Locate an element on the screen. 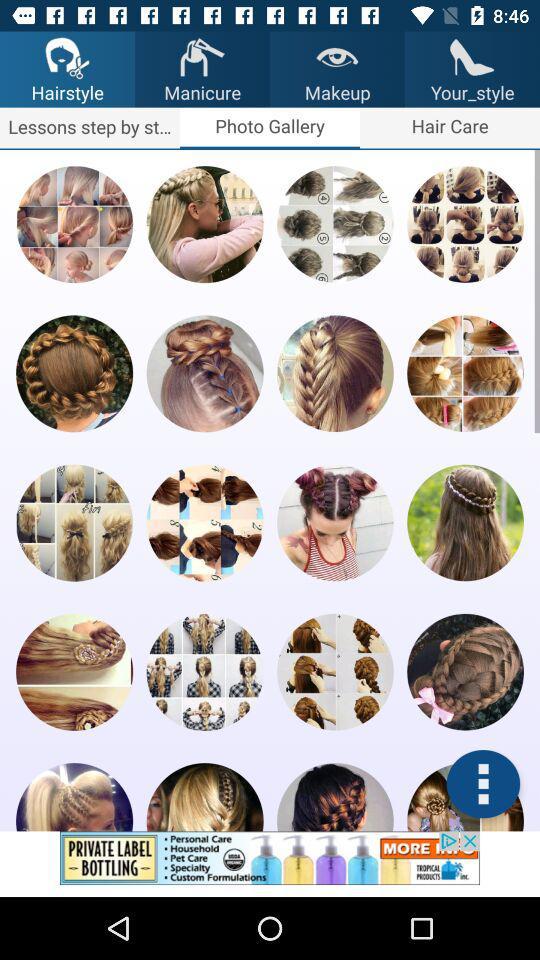 This screenshot has width=540, height=960. braid choice is located at coordinates (204, 372).